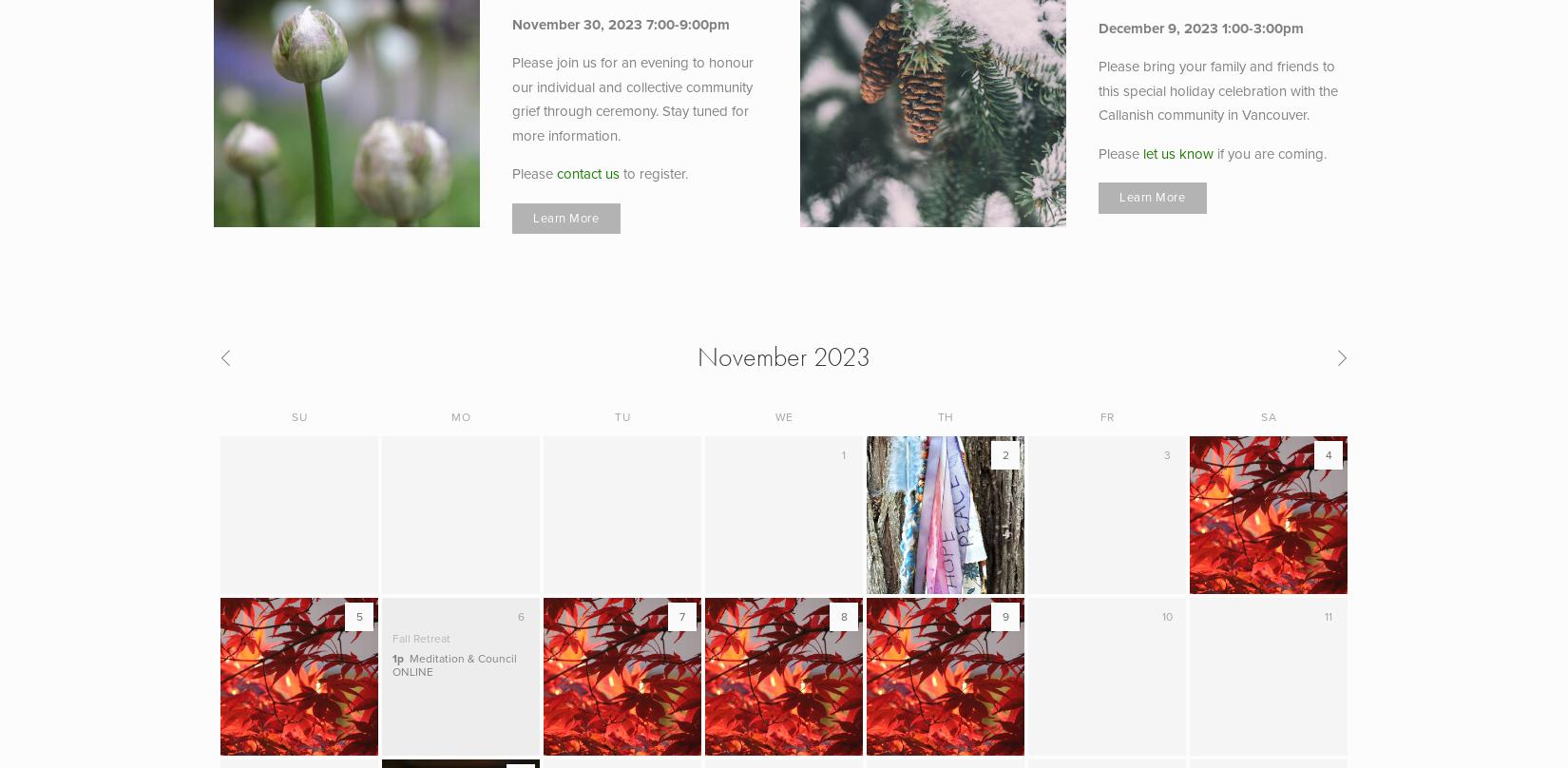 This screenshot has height=768, width=1568. Describe the element at coordinates (1106, 416) in the screenshot. I see `'Fr'` at that location.